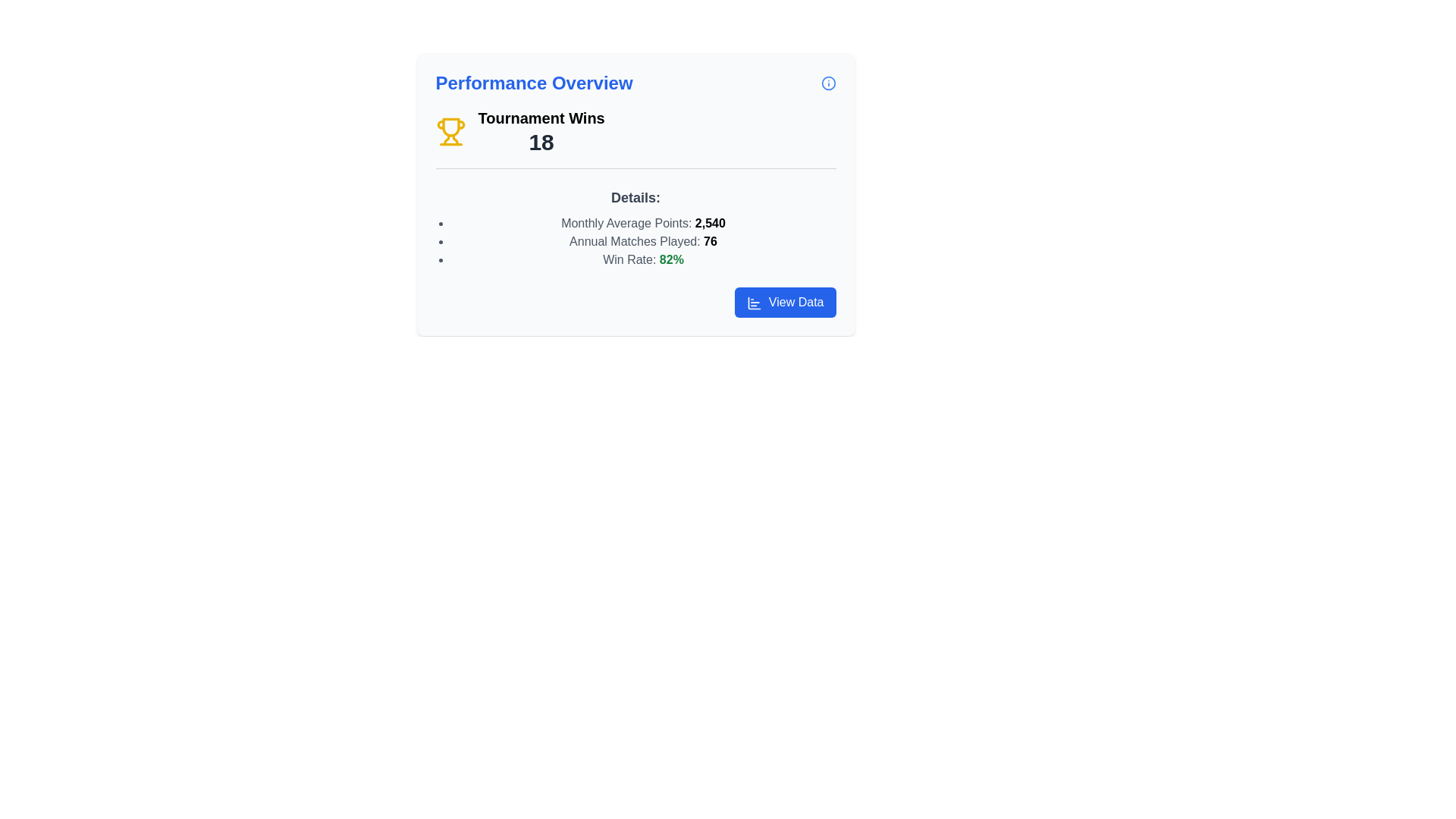 This screenshot has height=819, width=1456. What do you see at coordinates (709, 223) in the screenshot?
I see `the numeric value '2,540' displayed in bold black typography under the 'Details:' section of the card layout, which reads 'Monthly Average Points: 2,540'` at bounding box center [709, 223].